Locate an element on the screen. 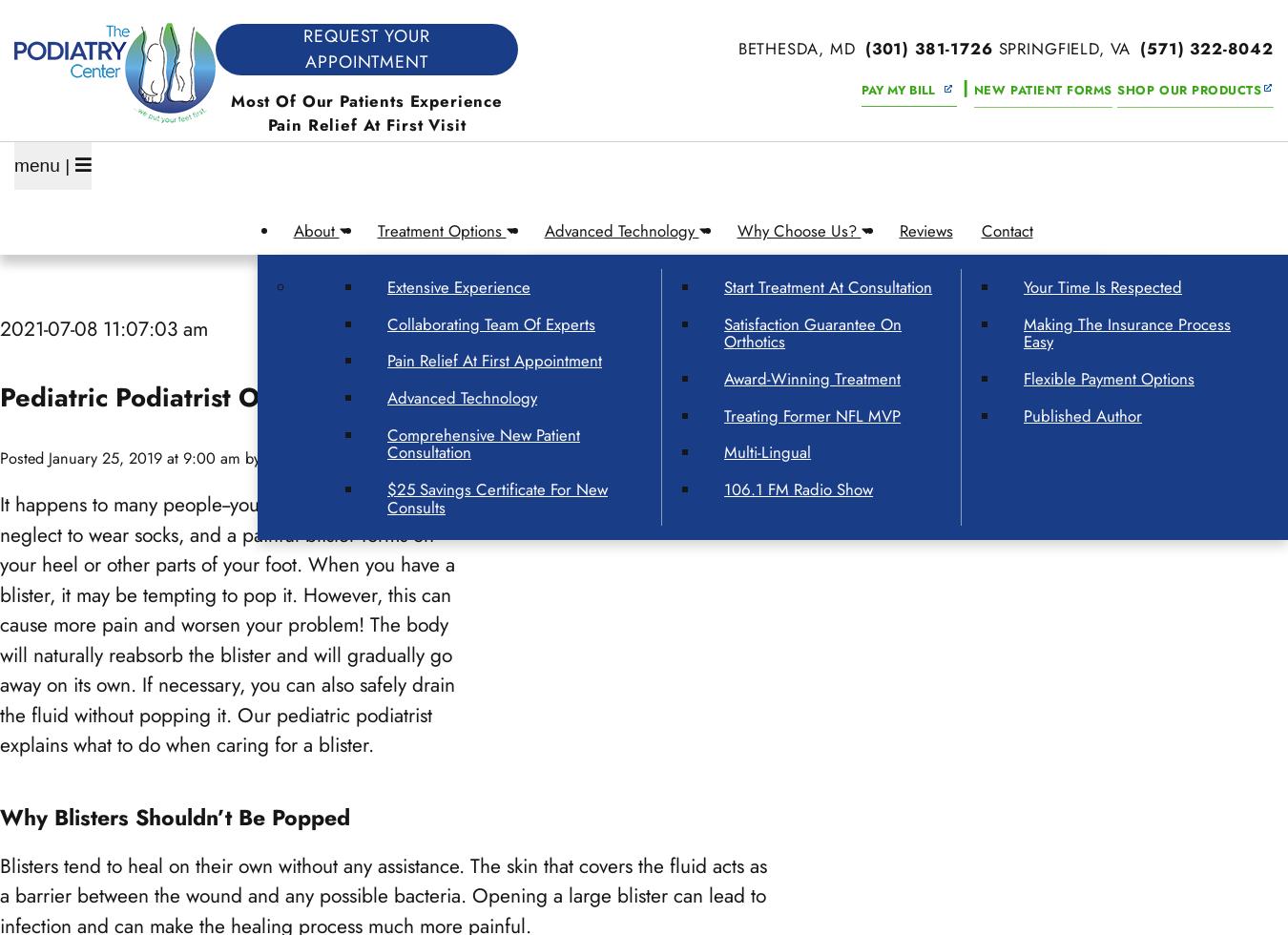 Image resolution: width=1288 pixels, height=935 pixels. 'Over 250,000 Patients Helped Since 1980' is located at coordinates (374, 375).